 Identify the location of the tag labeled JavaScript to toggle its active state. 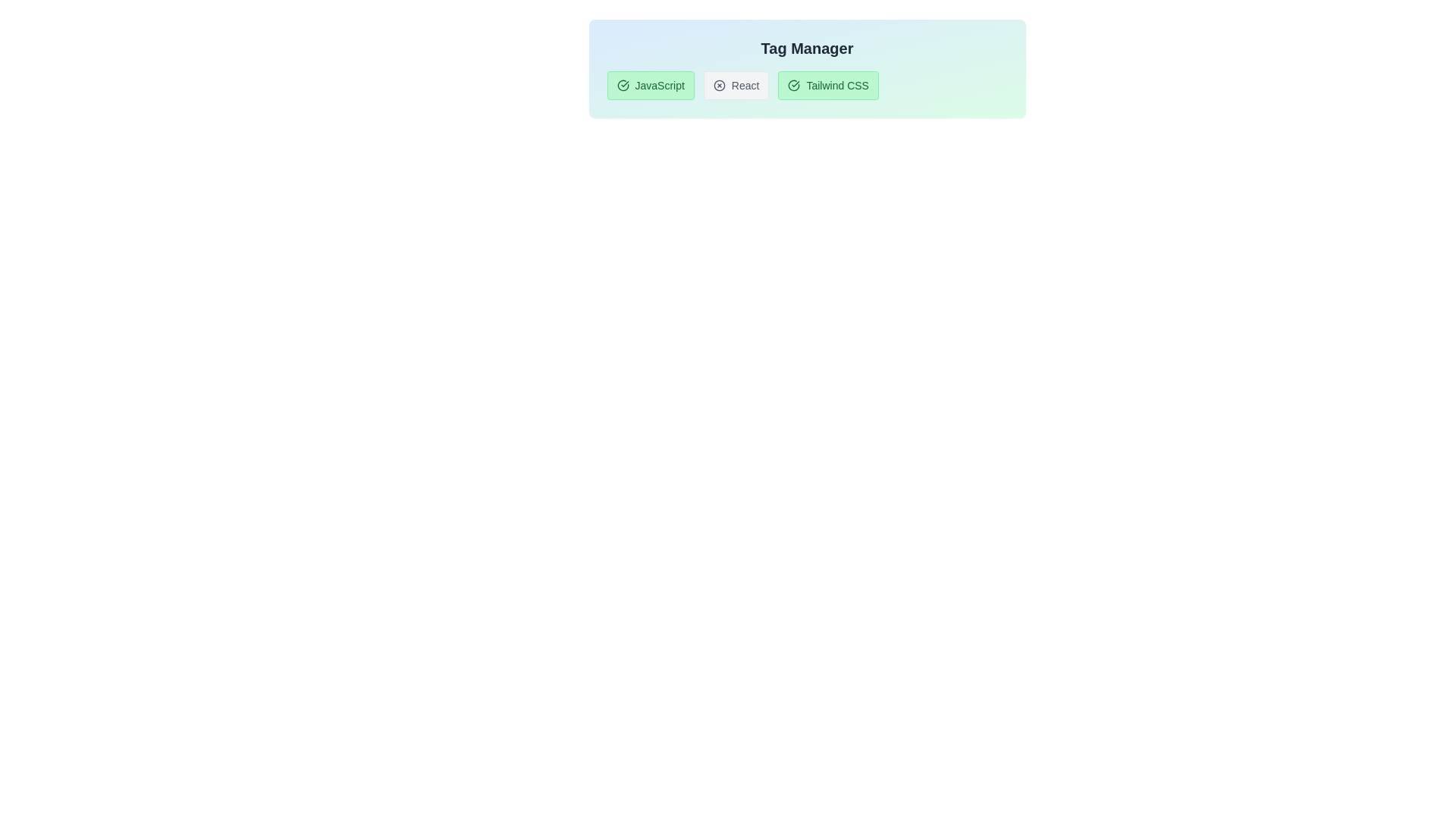
(651, 85).